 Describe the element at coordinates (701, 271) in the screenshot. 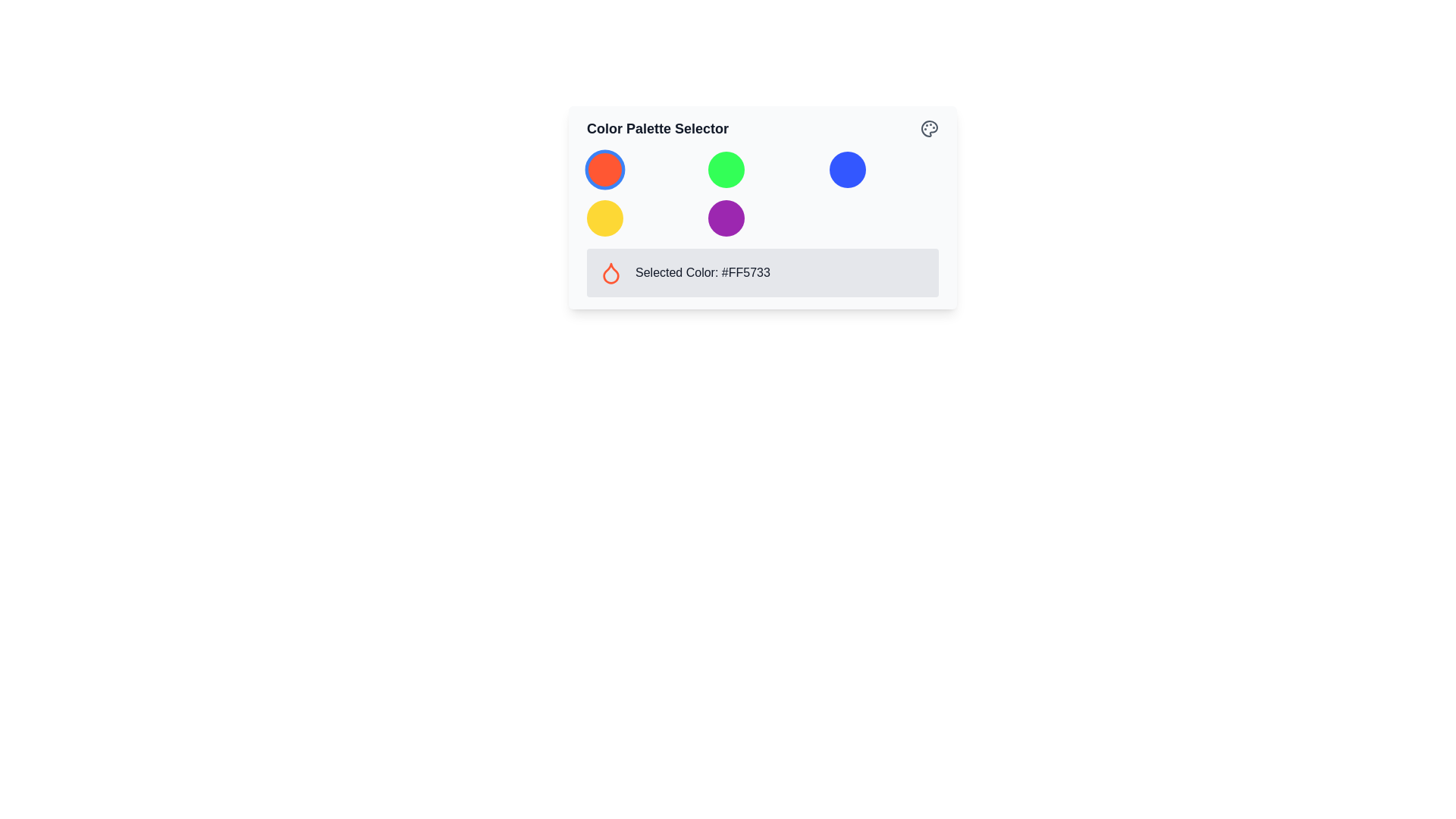

I see `the informational text label displaying 'Selected Color: #FF5733'` at that location.